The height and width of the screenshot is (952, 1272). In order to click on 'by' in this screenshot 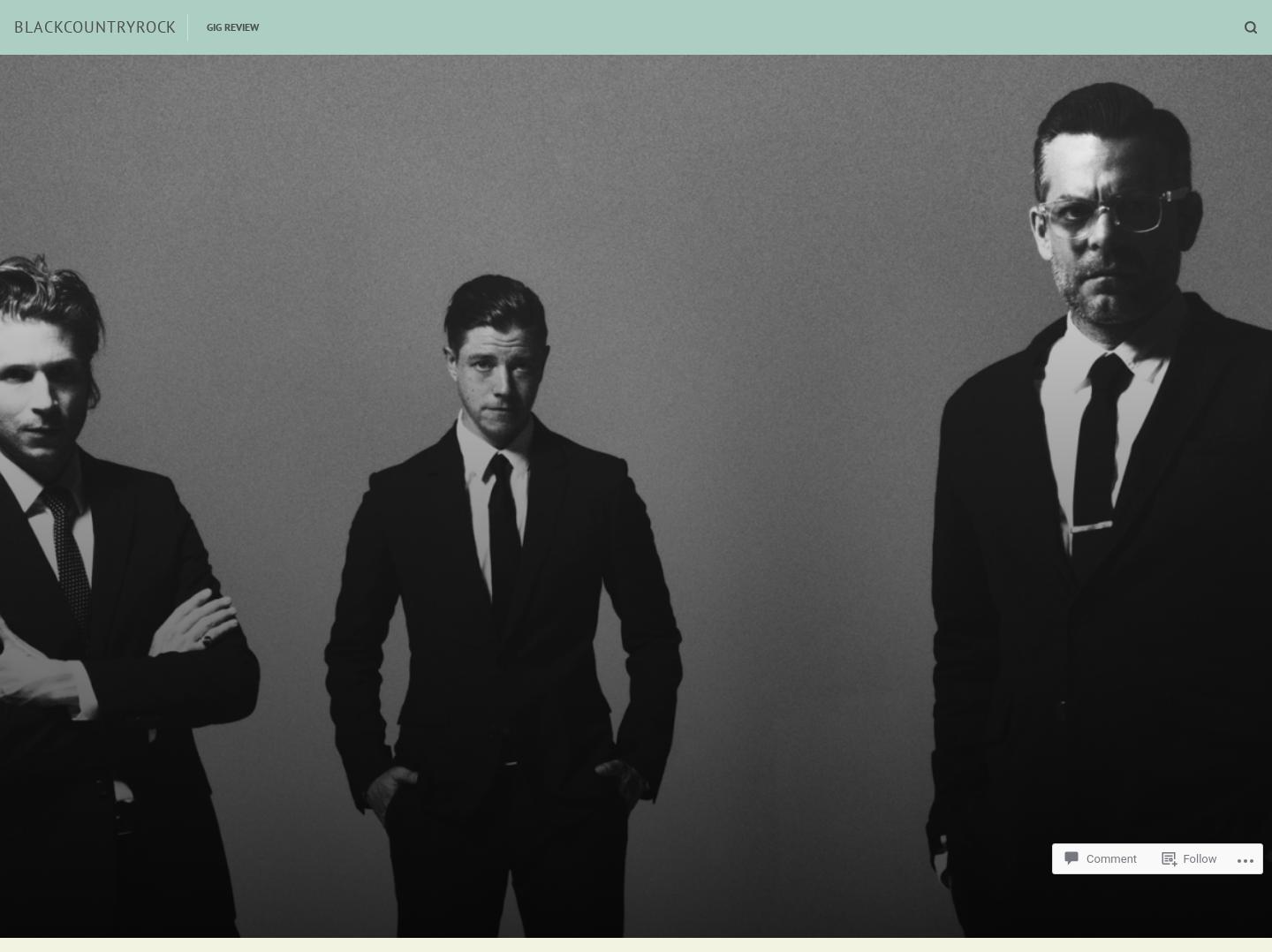, I will do `click(739, 669)`.